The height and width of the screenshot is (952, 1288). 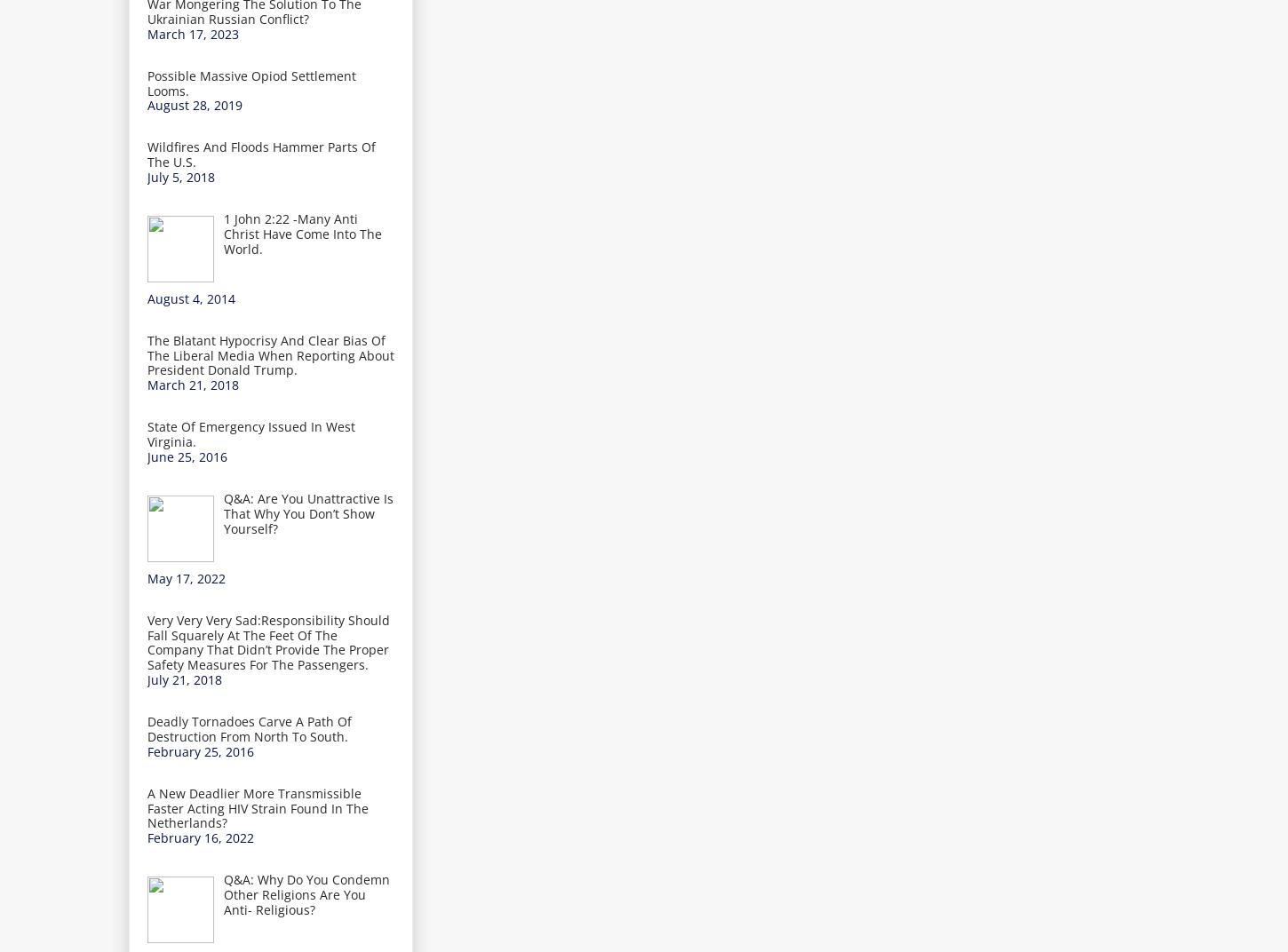 I want to click on 'June 25, 2016', so click(x=186, y=456).